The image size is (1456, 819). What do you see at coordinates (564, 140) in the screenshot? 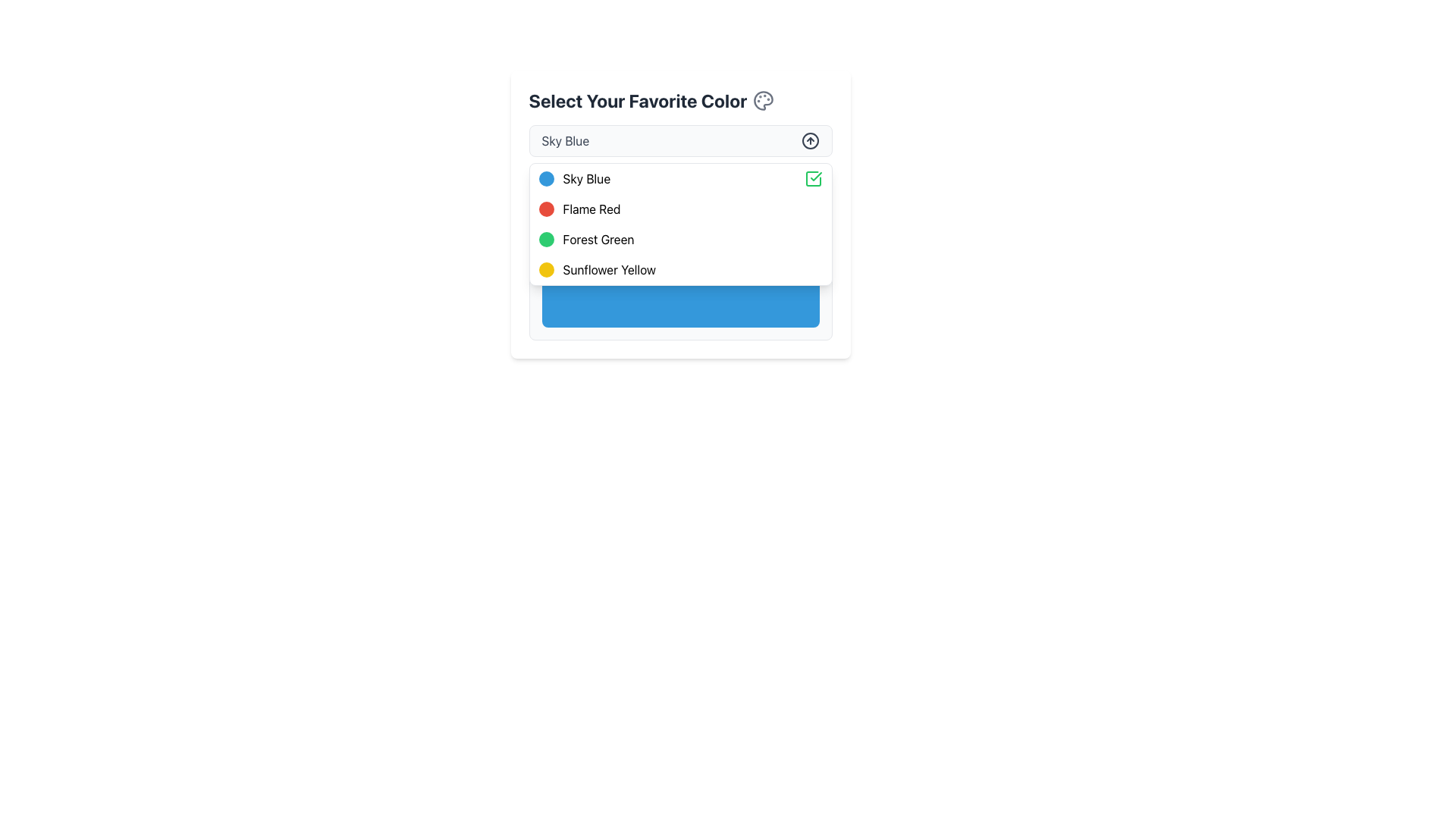
I see `the Text Display that shows the currently selected color choice from the dropdown` at bounding box center [564, 140].